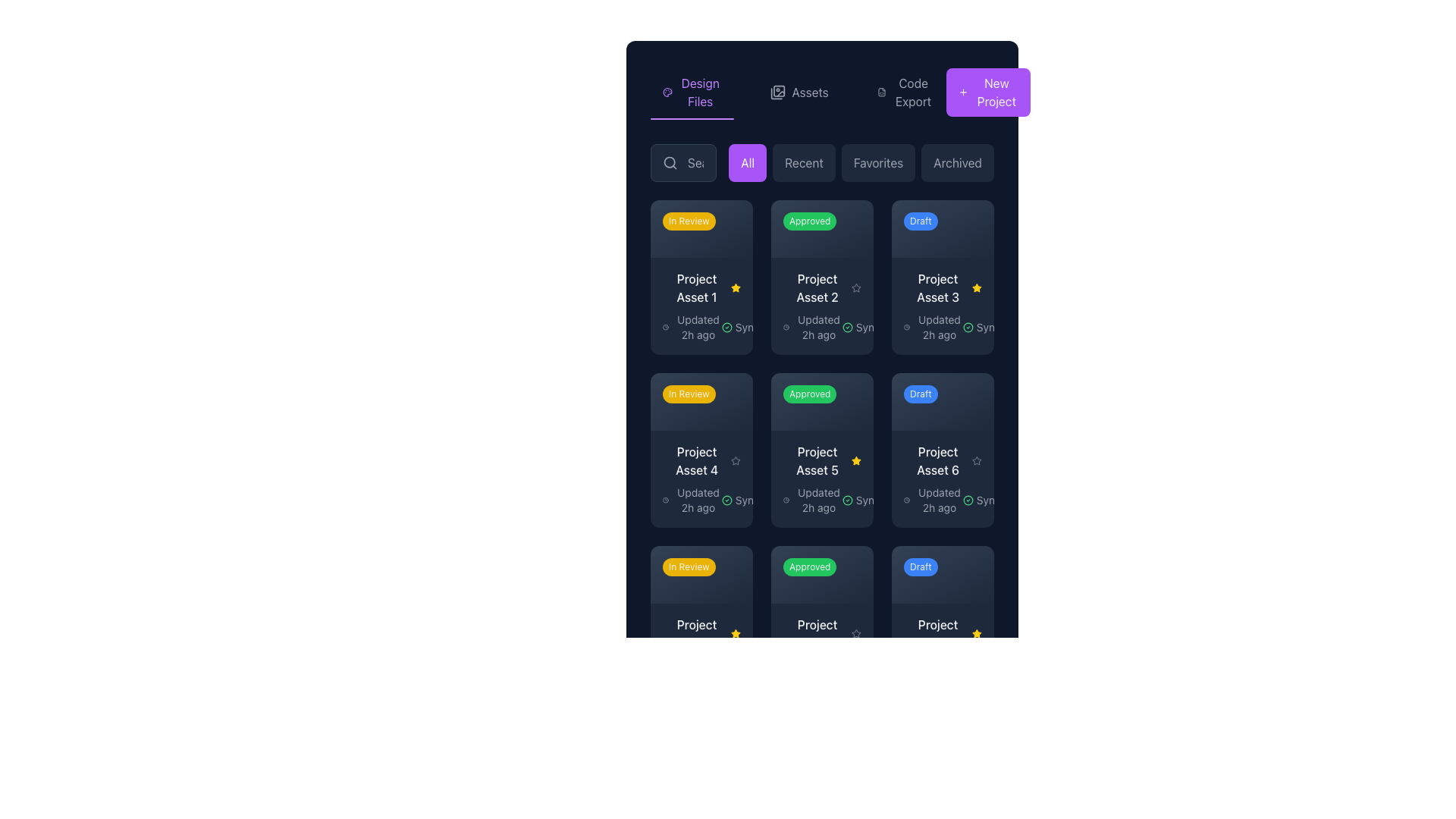  Describe the element at coordinates (821, 228) in the screenshot. I see `the status label indicating approval for the asset in the 'Project Asset 2' card located in the top section of the grid layout` at that location.